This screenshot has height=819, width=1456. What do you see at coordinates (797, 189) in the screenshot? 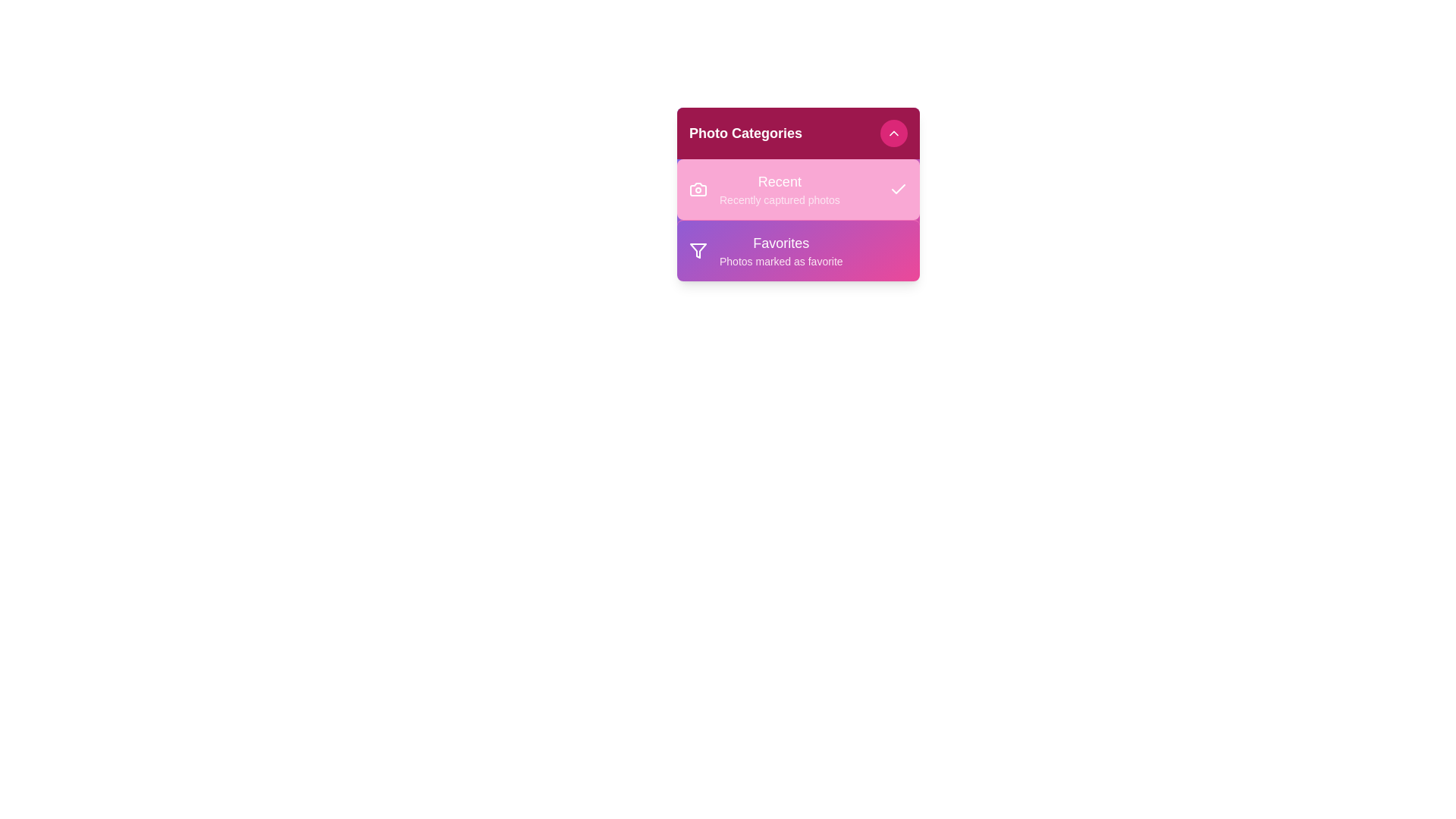
I see `the category Recent from the list` at bounding box center [797, 189].